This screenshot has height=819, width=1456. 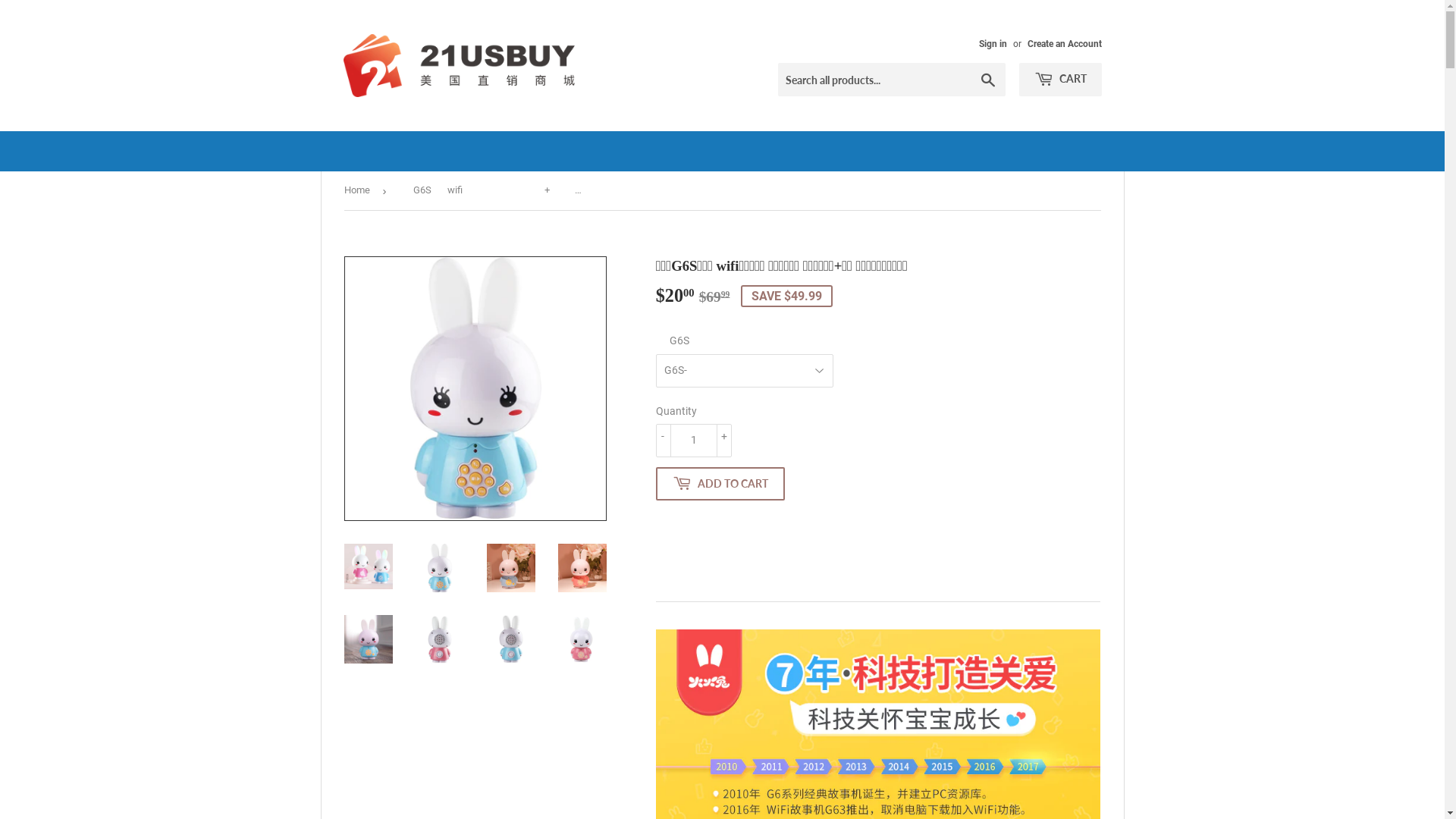 What do you see at coordinates (1059, 79) in the screenshot?
I see `'CART'` at bounding box center [1059, 79].